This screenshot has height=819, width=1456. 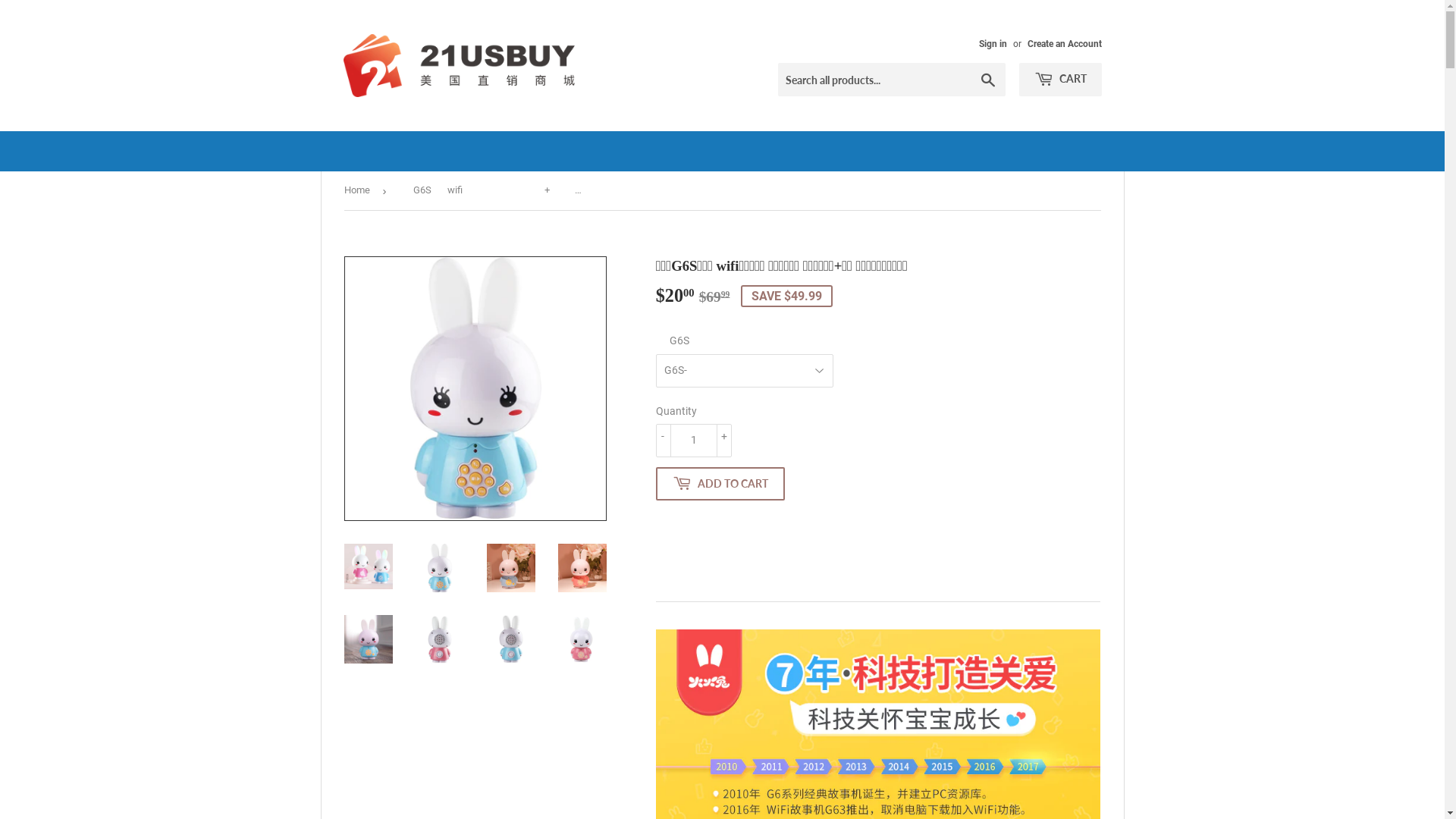 What do you see at coordinates (1059, 79) in the screenshot?
I see `'CART'` at bounding box center [1059, 79].